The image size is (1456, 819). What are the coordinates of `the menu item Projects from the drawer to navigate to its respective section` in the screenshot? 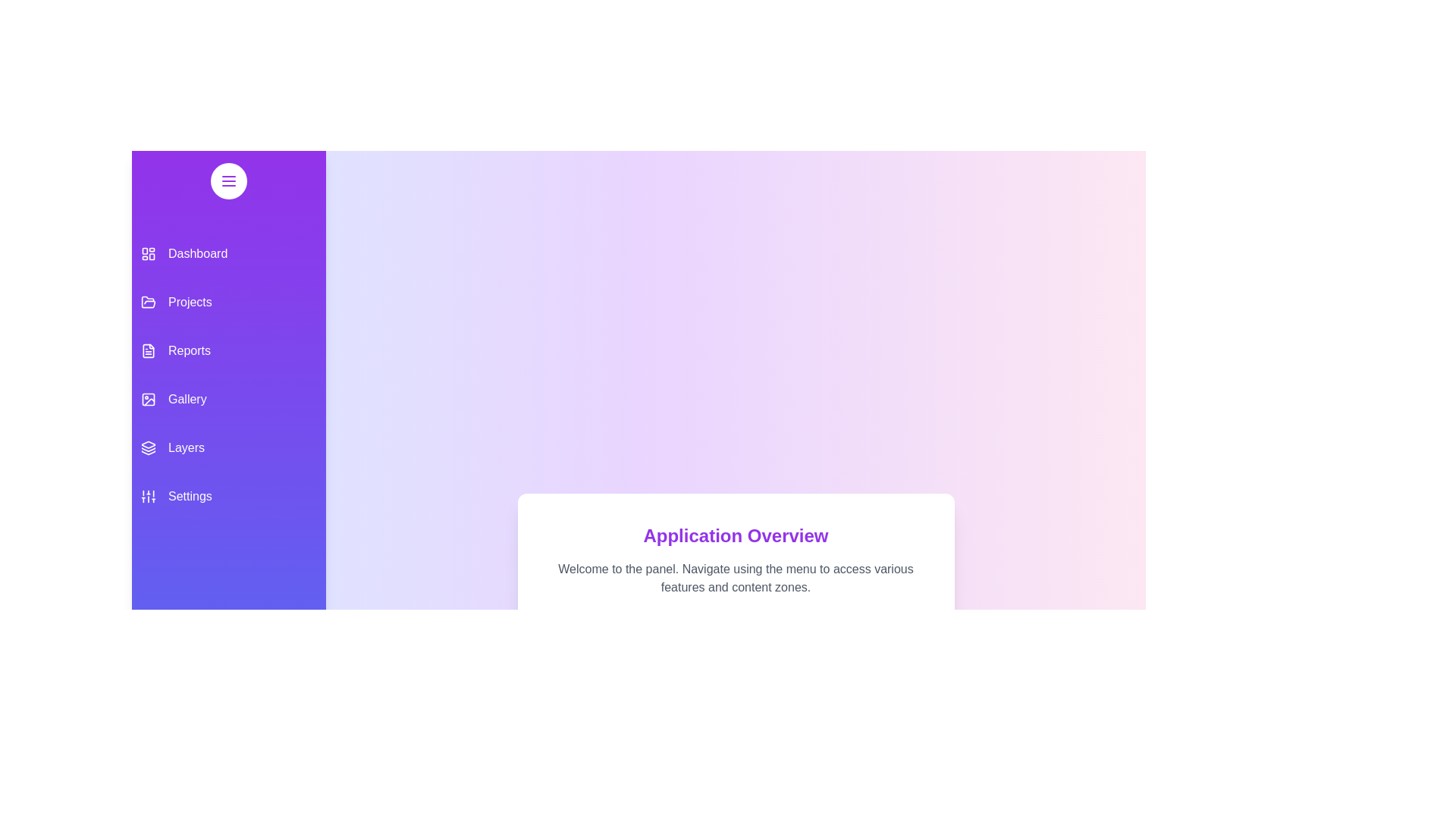 It's located at (228, 302).